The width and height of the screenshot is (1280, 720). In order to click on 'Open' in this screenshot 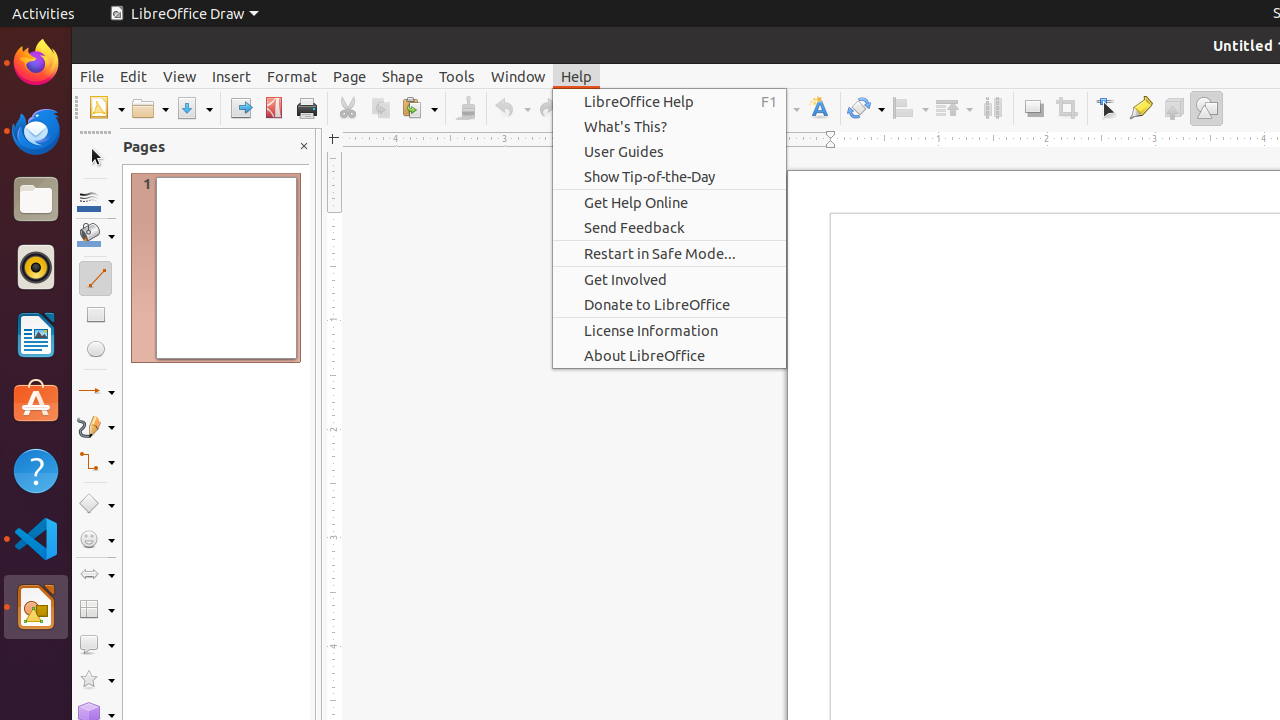, I will do `click(149, 108)`.